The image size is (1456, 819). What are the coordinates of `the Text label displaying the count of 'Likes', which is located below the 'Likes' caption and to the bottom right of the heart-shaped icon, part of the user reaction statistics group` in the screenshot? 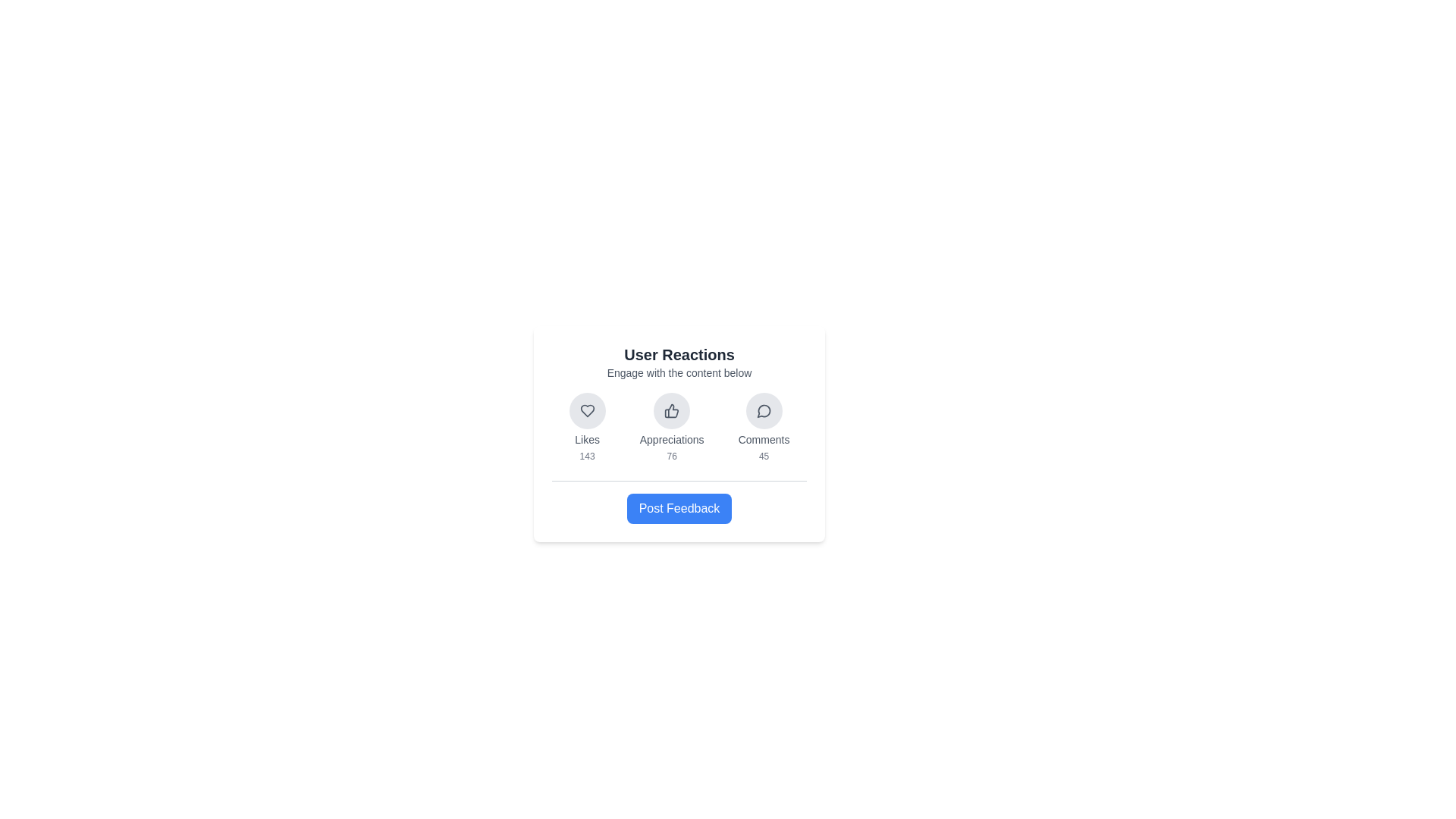 It's located at (586, 455).